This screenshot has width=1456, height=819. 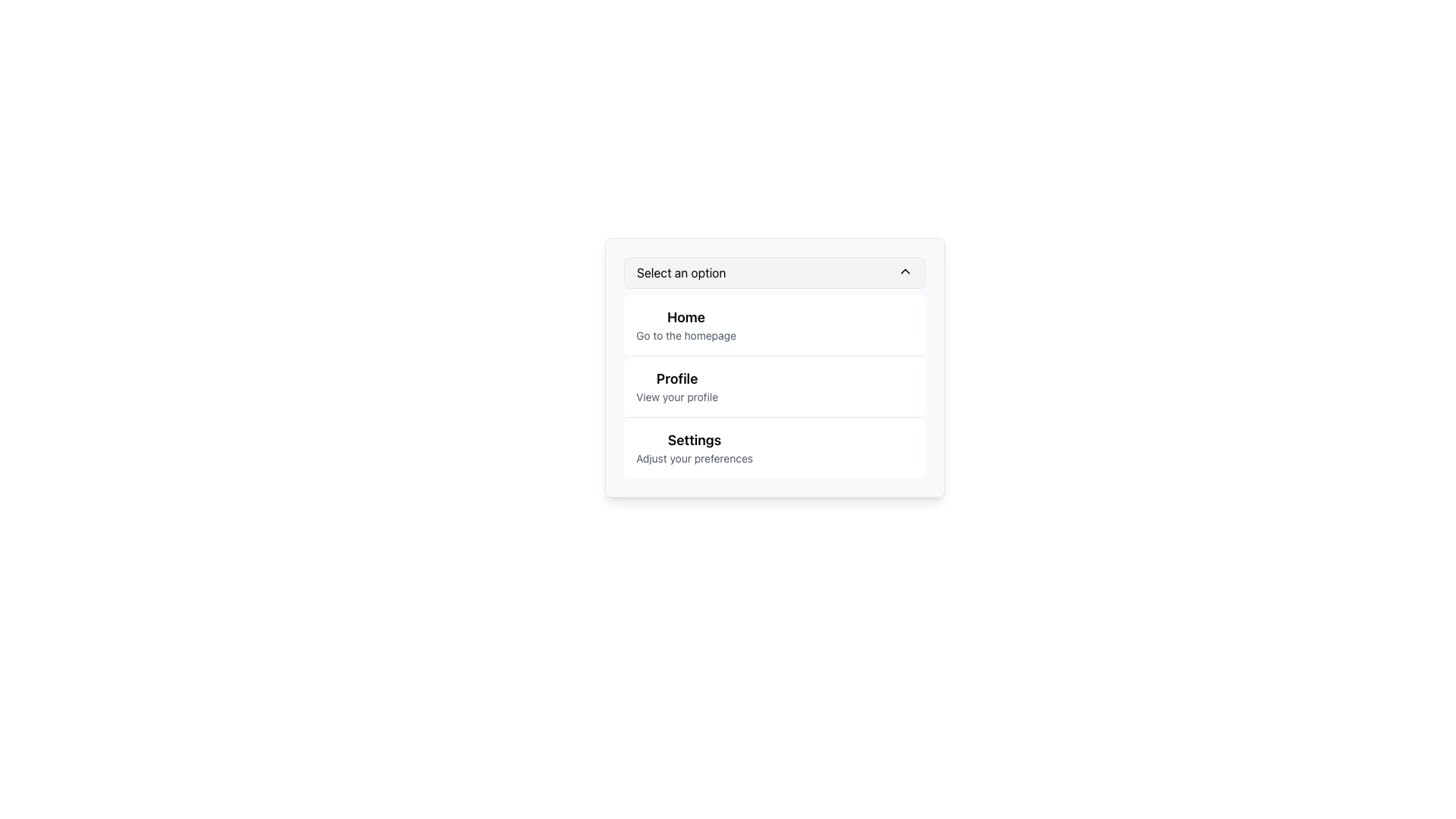 What do you see at coordinates (694, 458) in the screenshot?
I see `the text label that reads 'Adjust your preferences', which is styled in a small font size and light gray color, located directly below the title 'Settings'` at bounding box center [694, 458].